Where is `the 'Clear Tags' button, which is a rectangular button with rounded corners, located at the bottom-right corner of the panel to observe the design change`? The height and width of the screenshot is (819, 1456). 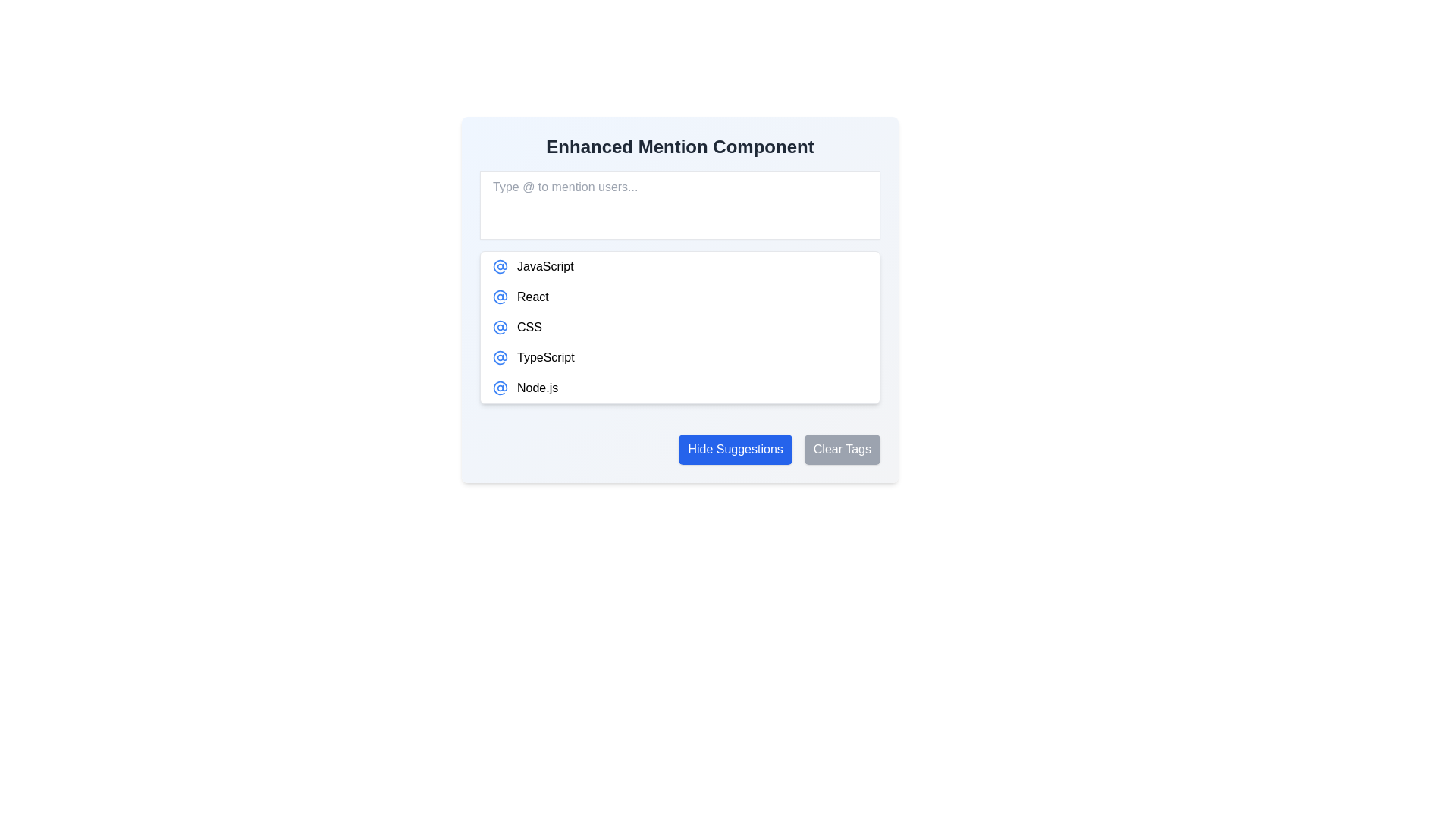 the 'Clear Tags' button, which is a rectangular button with rounded corners, located at the bottom-right corner of the panel to observe the design change is located at coordinates (841, 449).